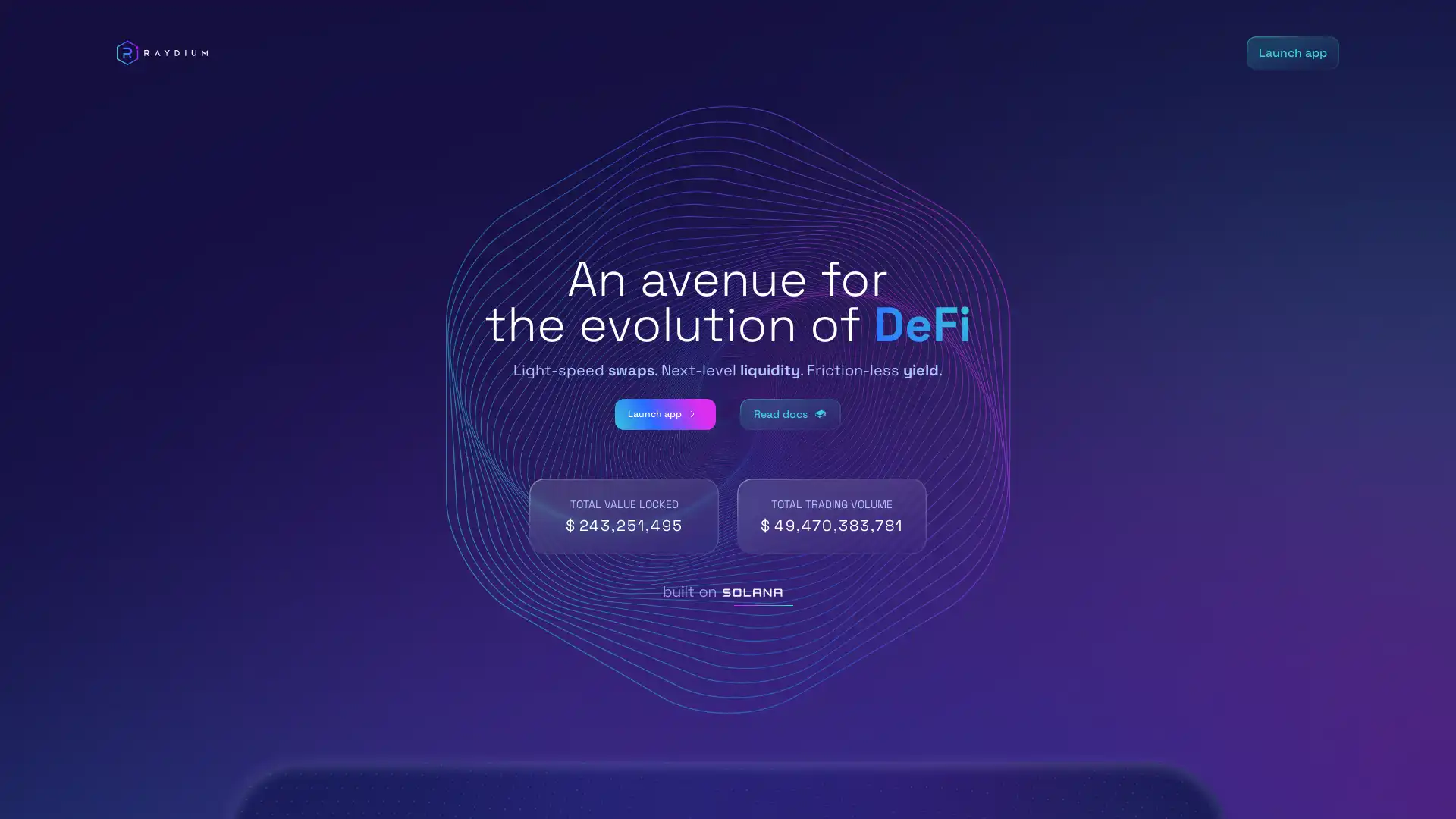 The image size is (1456, 819). I want to click on Launch app, so click(658, 414).